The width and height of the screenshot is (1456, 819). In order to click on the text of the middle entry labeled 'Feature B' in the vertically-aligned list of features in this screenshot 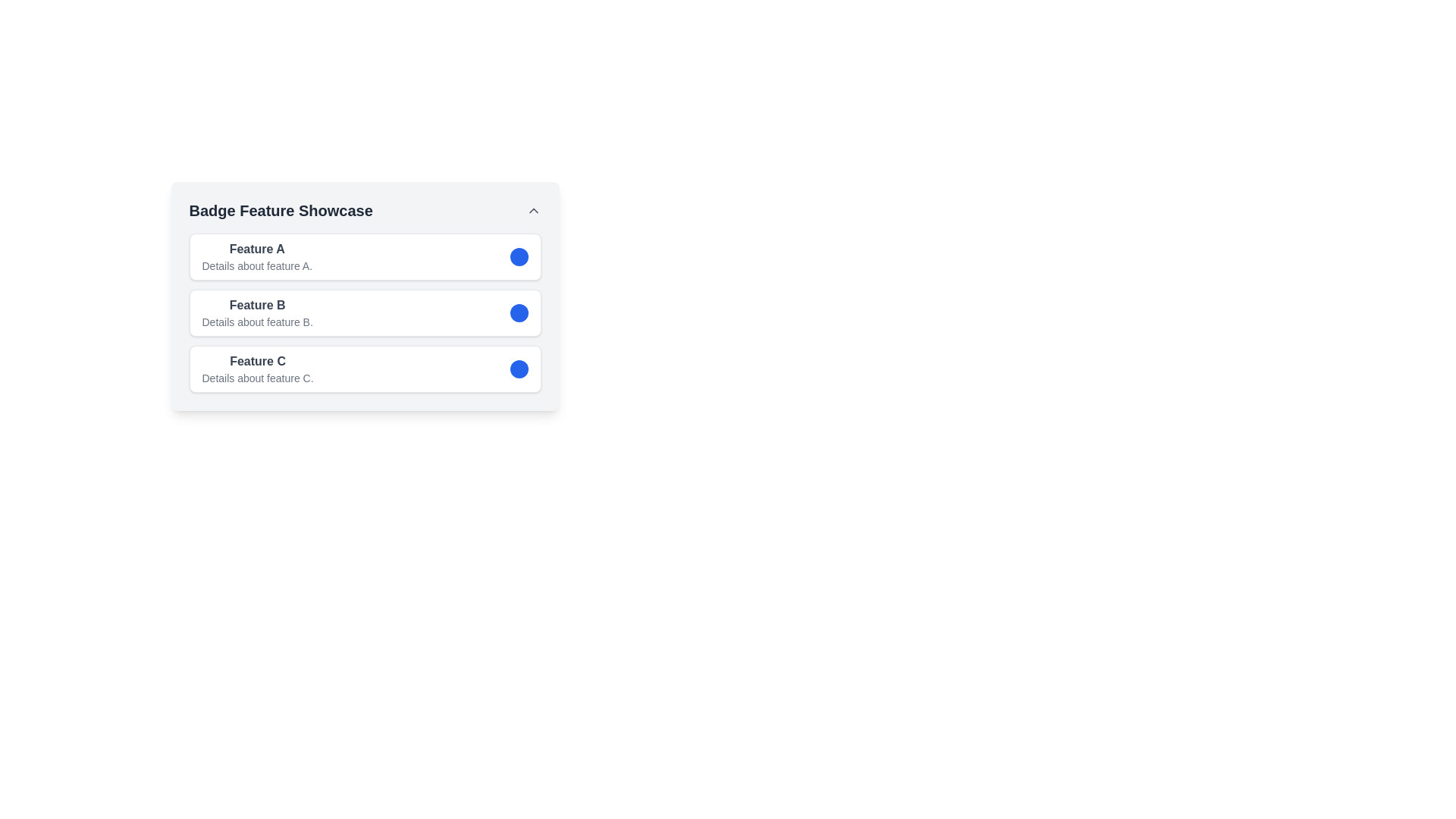, I will do `click(365, 312)`.